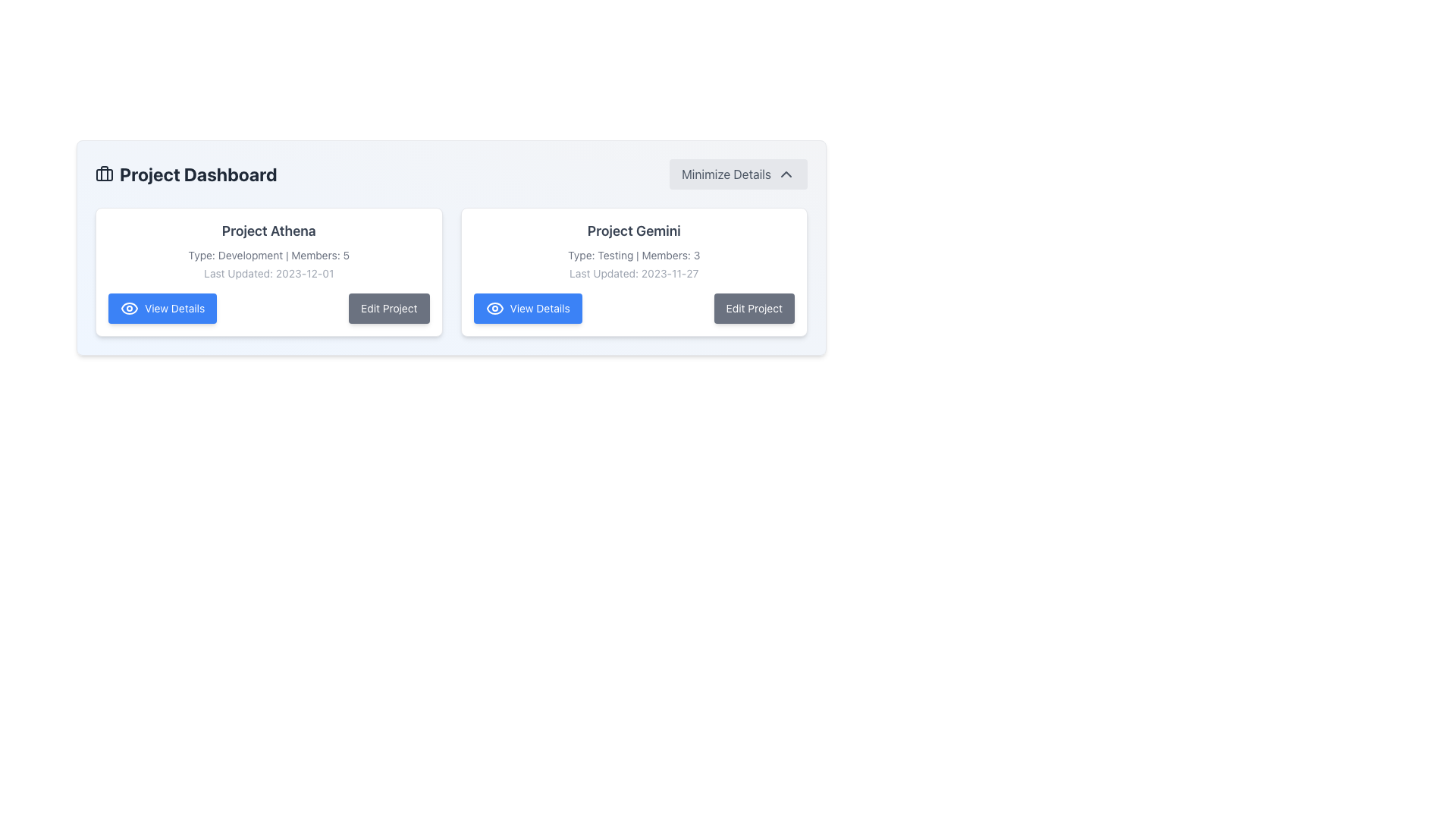  I want to click on the leftmost eye icon of the 'View Details' button for the first project entry titled 'Project Athena' for accessibility purposes, so click(130, 308).